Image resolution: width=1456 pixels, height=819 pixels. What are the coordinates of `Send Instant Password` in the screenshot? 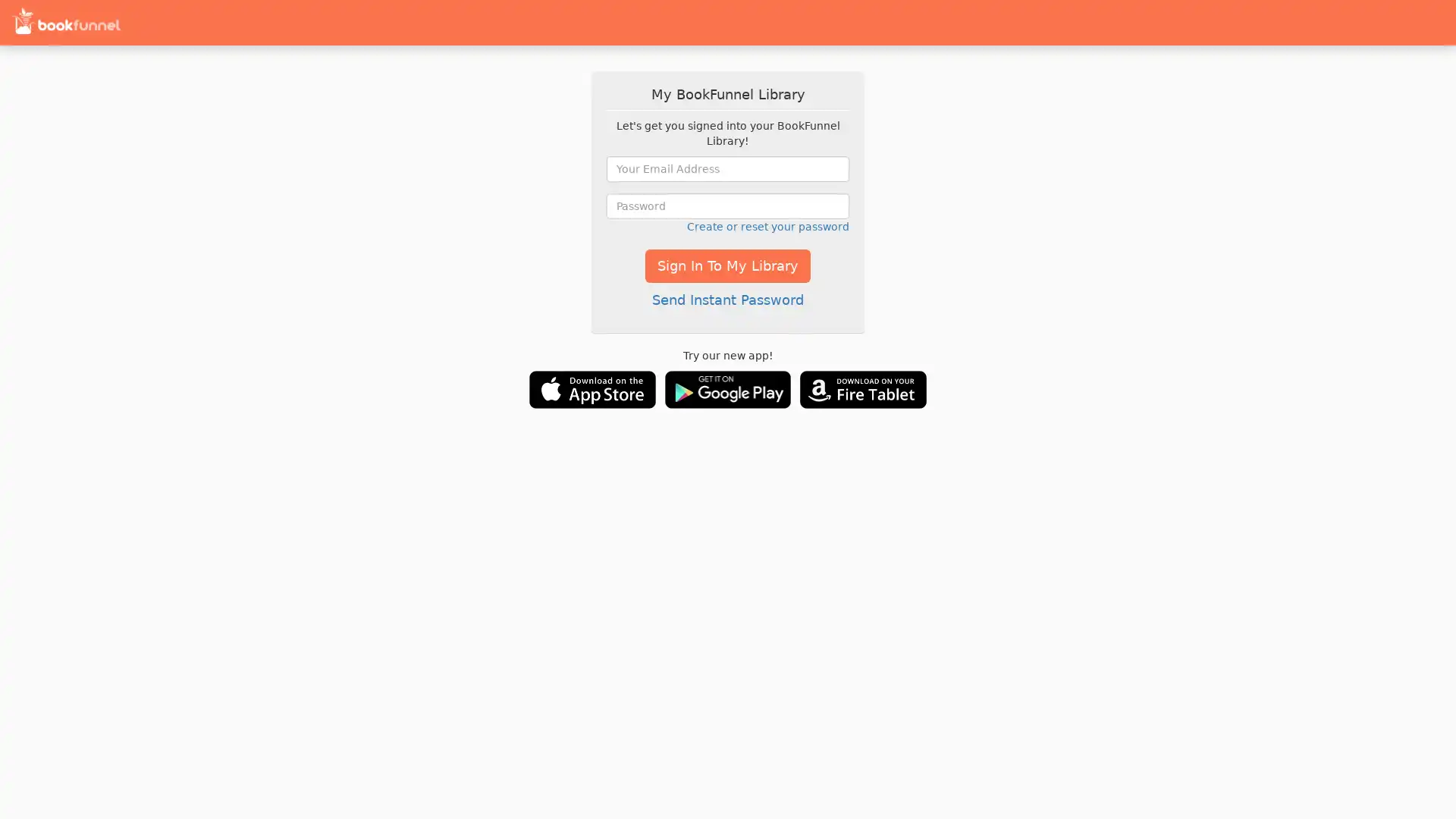 It's located at (728, 299).